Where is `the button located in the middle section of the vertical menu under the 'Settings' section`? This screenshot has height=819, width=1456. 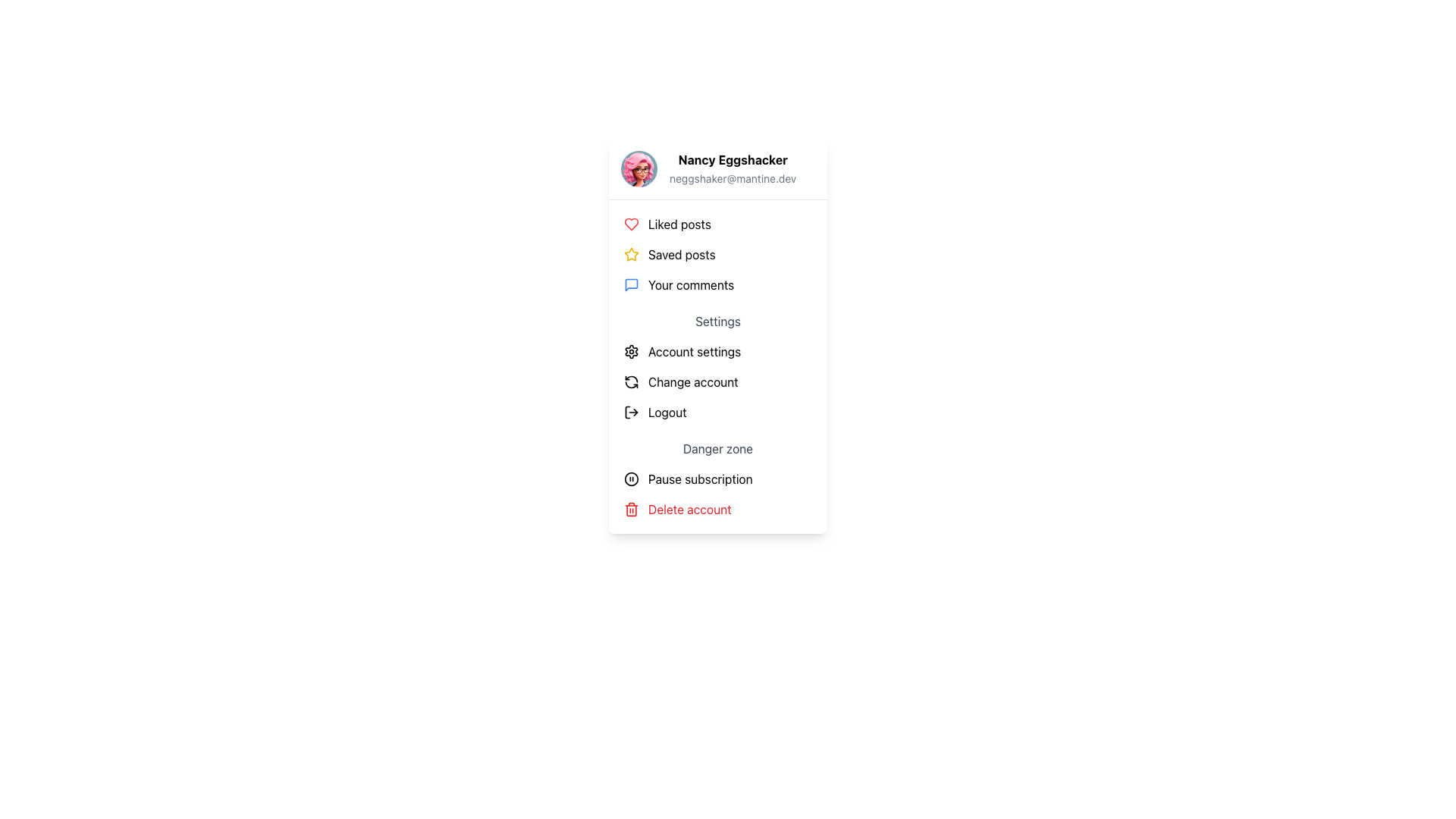
the button located in the middle section of the vertical menu under the 'Settings' section is located at coordinates (717, 351).